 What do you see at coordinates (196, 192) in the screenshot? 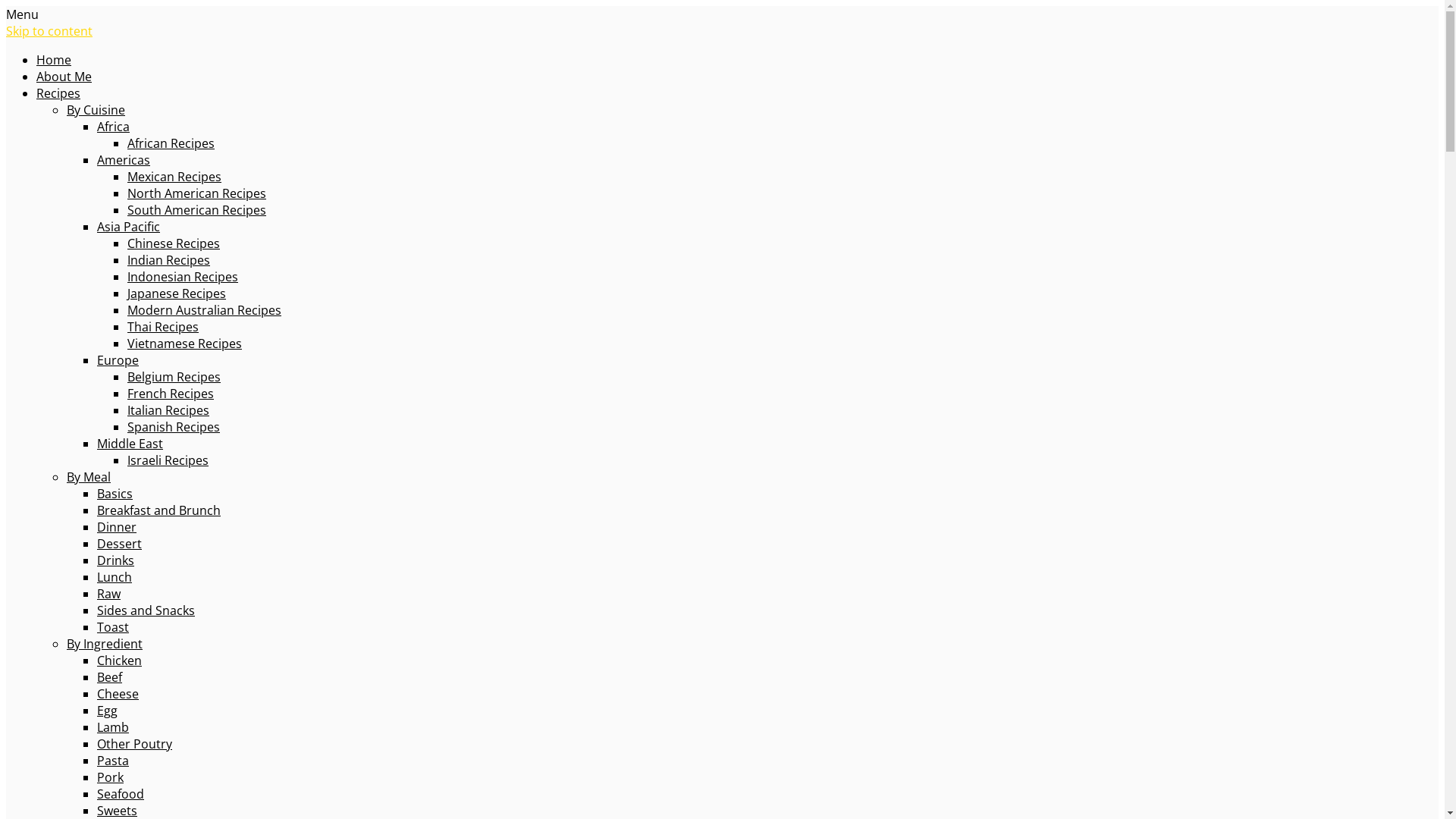
I see `'North American Recipes'` at bounding box center [196, 192].